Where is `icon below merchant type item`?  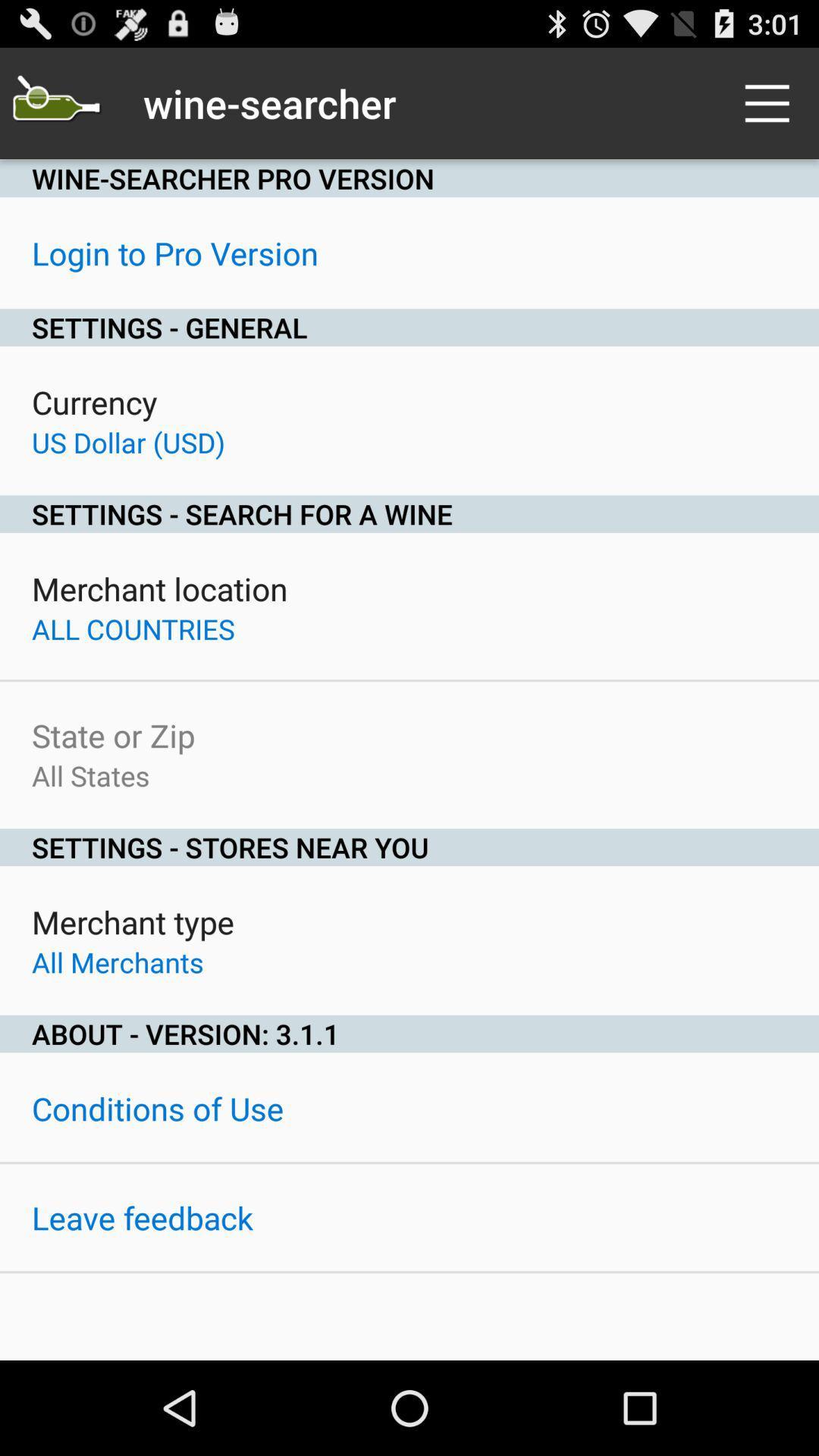 icon below merchant type item is located at coordinates (117, 961).